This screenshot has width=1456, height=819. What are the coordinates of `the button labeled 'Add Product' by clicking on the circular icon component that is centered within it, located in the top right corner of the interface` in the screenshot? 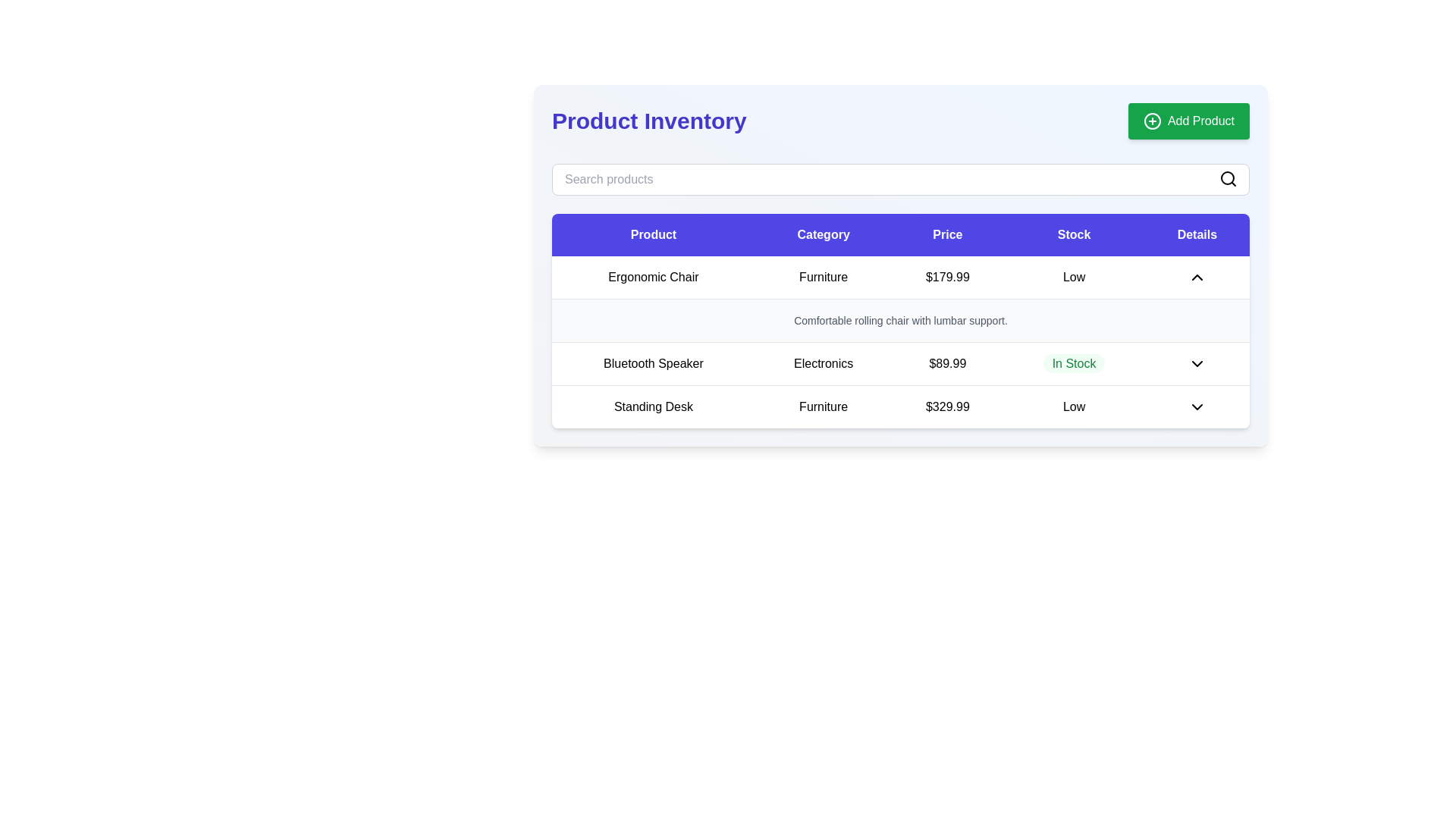 It's located at (1152, 120).